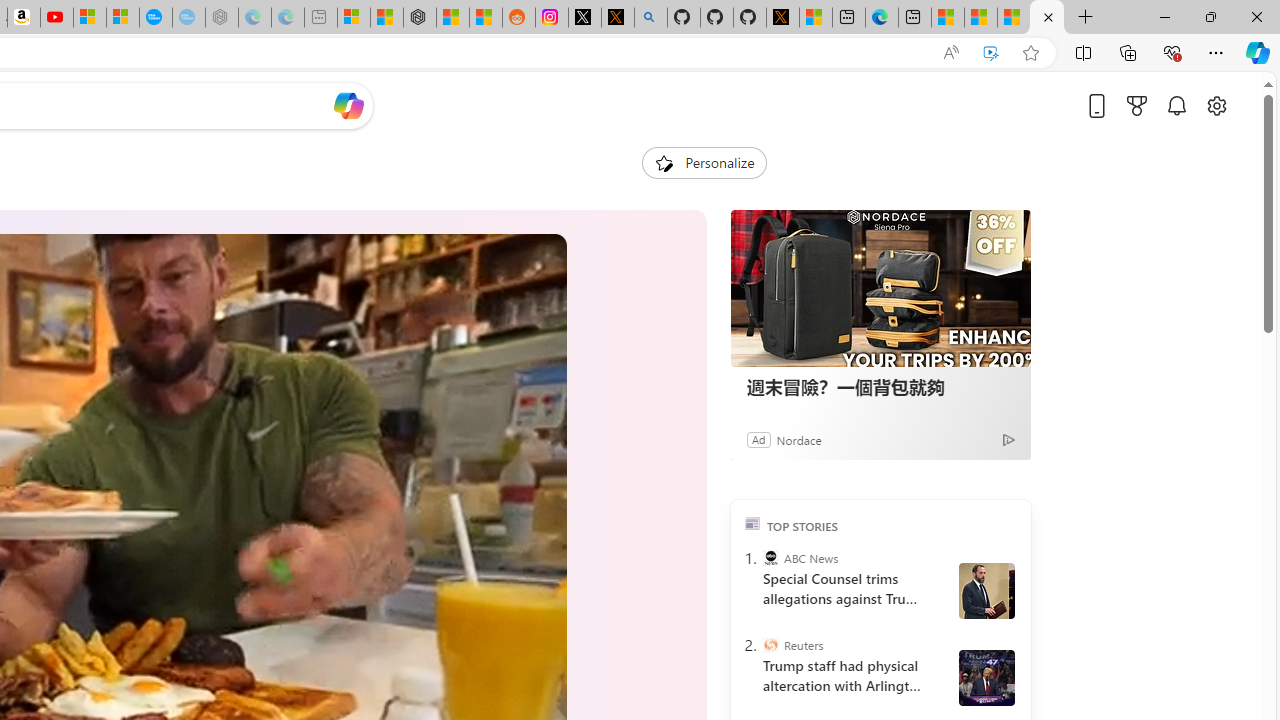  Describe the element at coordinates (1137, 105) in the screenshot. I see `'Microsoft rewards'` at that location.